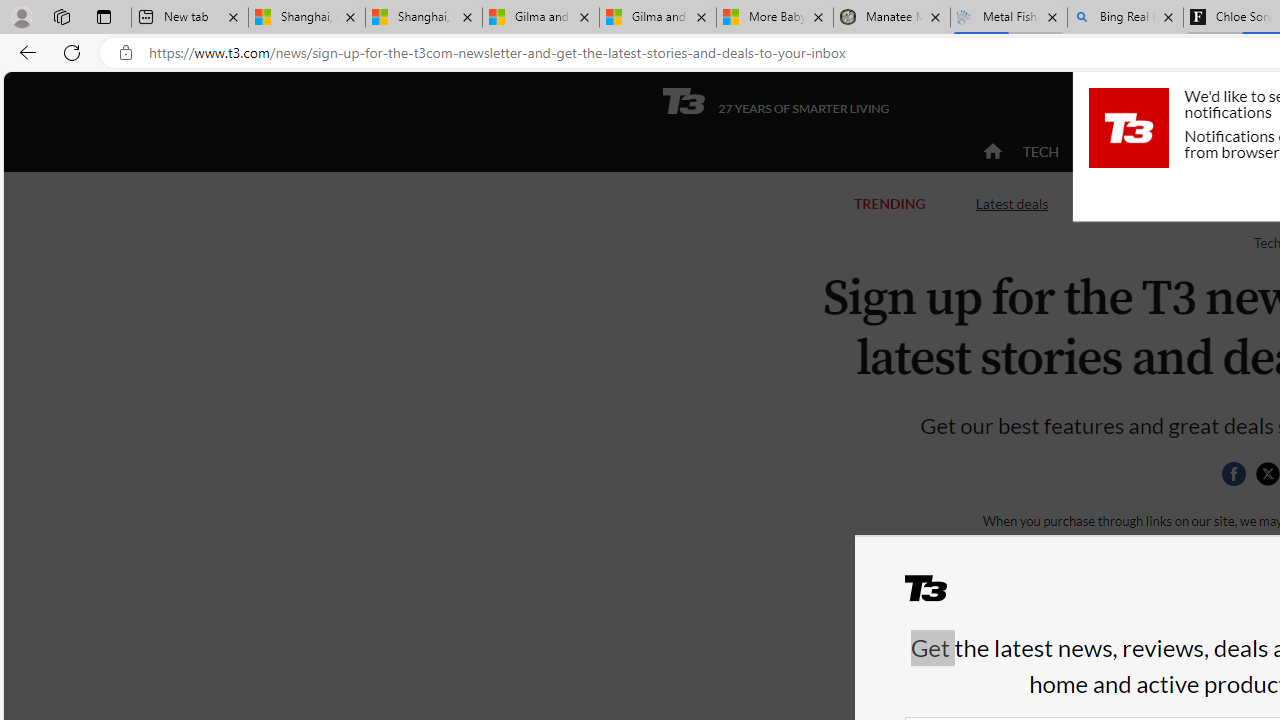 The height and width of the screenshot is (720, 1280). Describe the element at coordinates (1124, 150) in the screenshot. I see `'ACTIVE'` at that location.